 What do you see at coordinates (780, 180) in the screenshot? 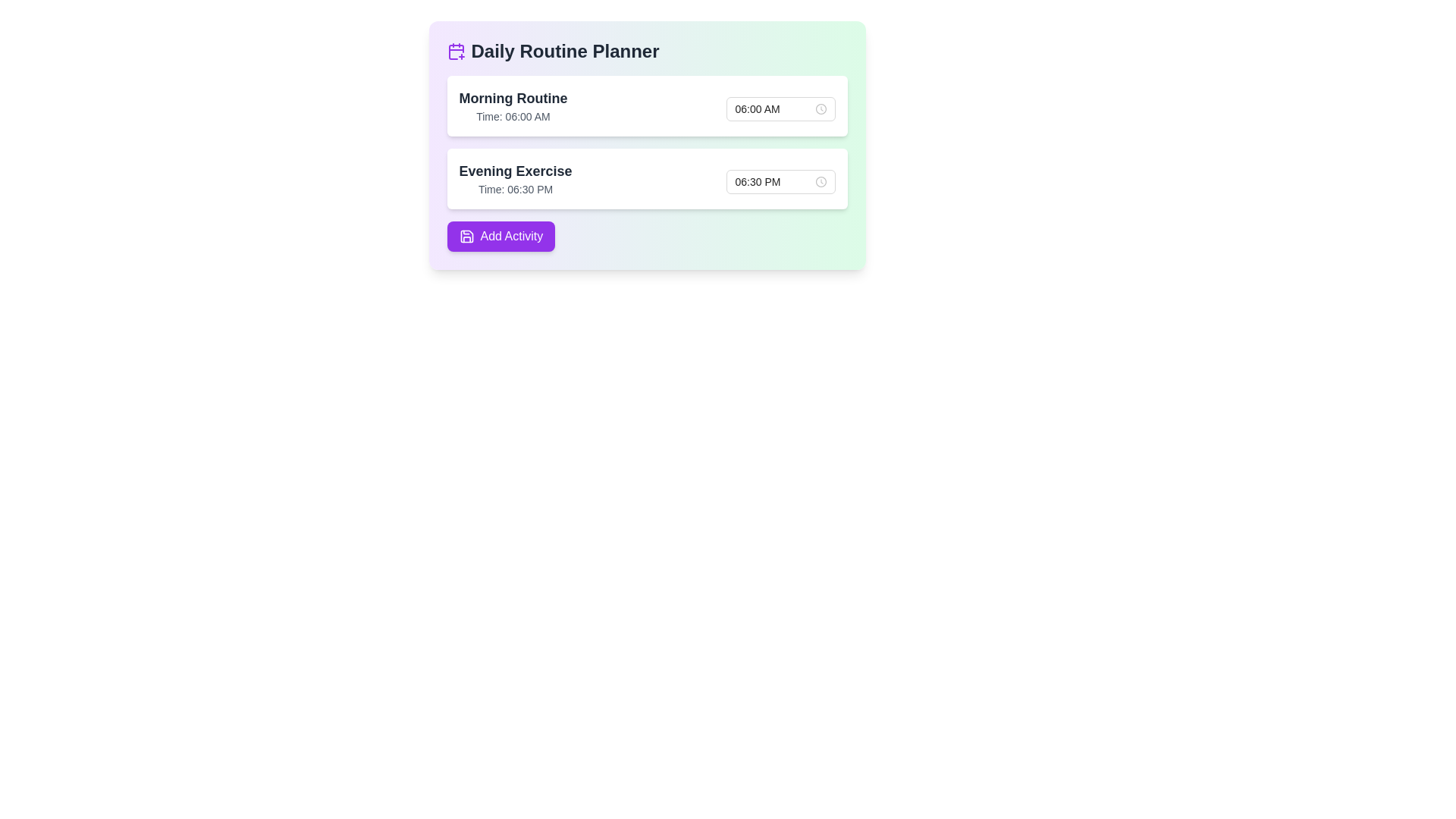
I see `the Time picker input field displaying '06:30 PM' to interact and select time` at bounding box center [780, 180].